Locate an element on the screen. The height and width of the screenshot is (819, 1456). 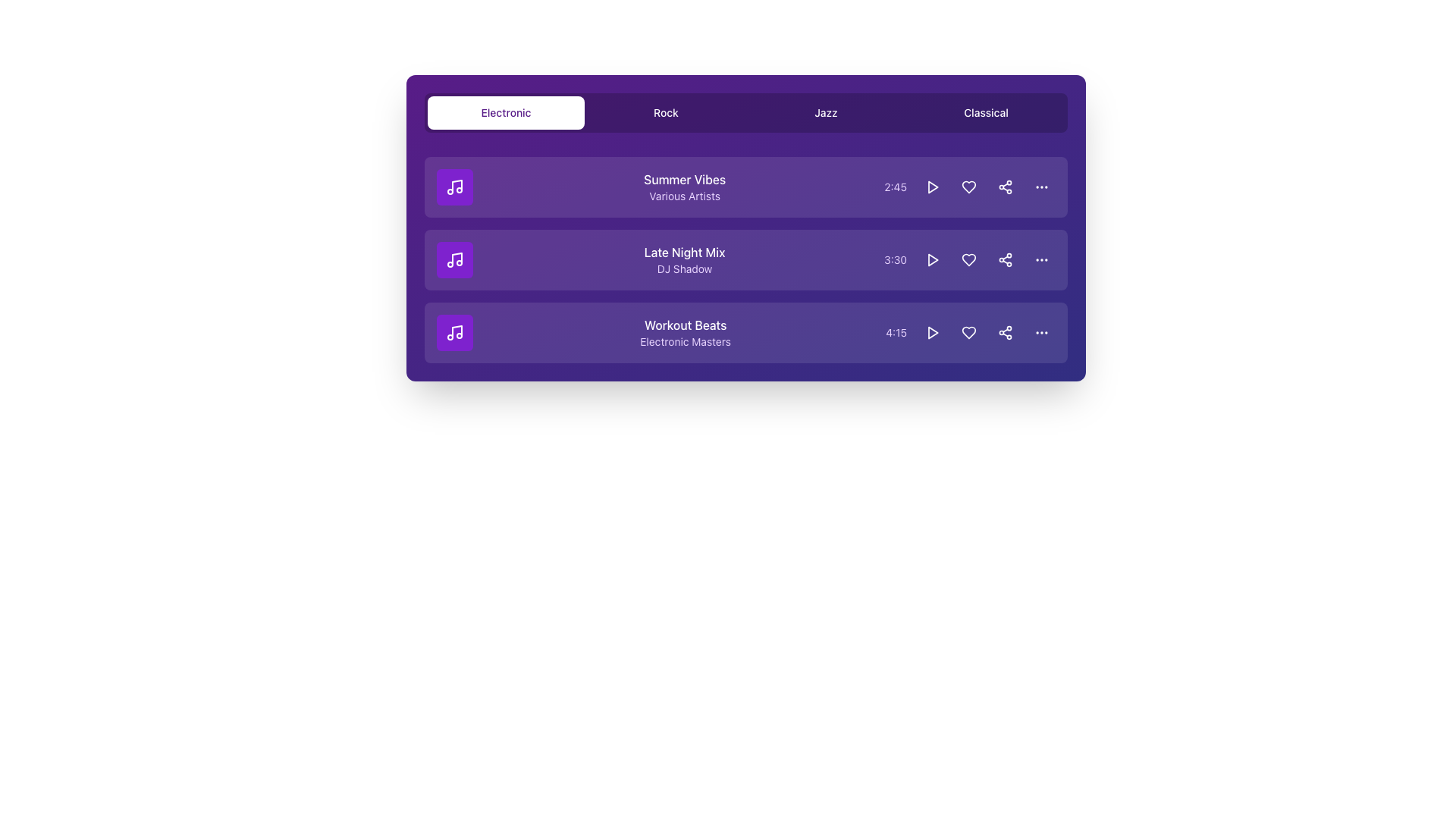
the triangular play icon styled in white, located on the right-hand side of the bottommost item in a vertical list of music tracks is located at coordinates (932, 332).